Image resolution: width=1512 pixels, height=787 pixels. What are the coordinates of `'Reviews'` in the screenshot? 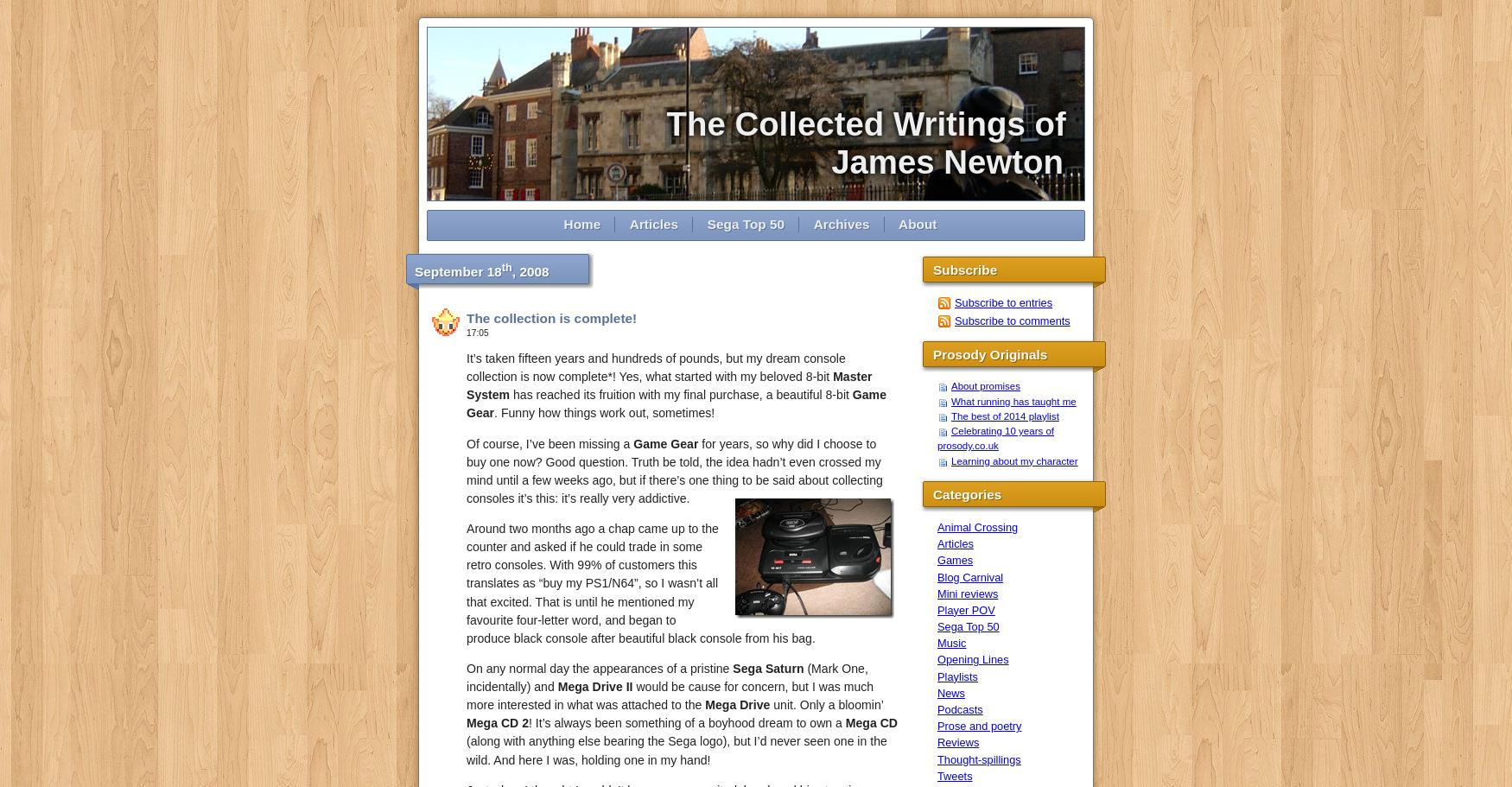 It's located at (957, 742).